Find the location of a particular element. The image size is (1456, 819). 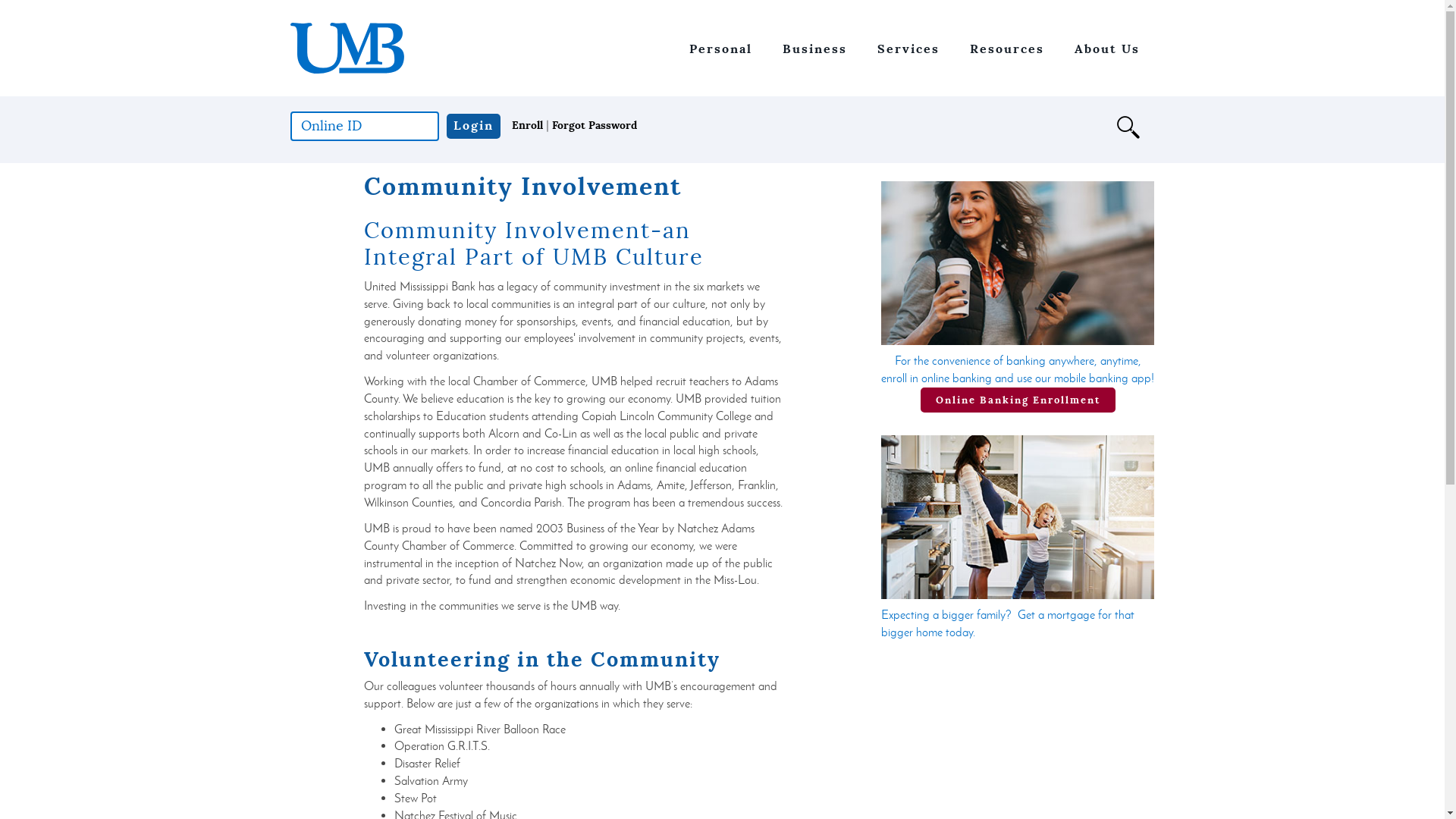

'Login' is located at coordinates (472, 125).